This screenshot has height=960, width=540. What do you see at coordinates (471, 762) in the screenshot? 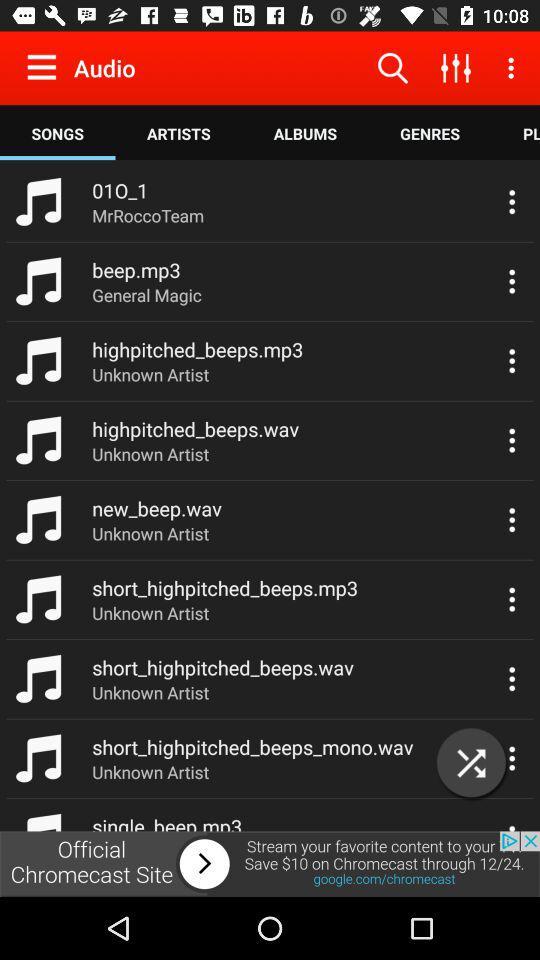
I see `a song` at bounding box center [471, 762].